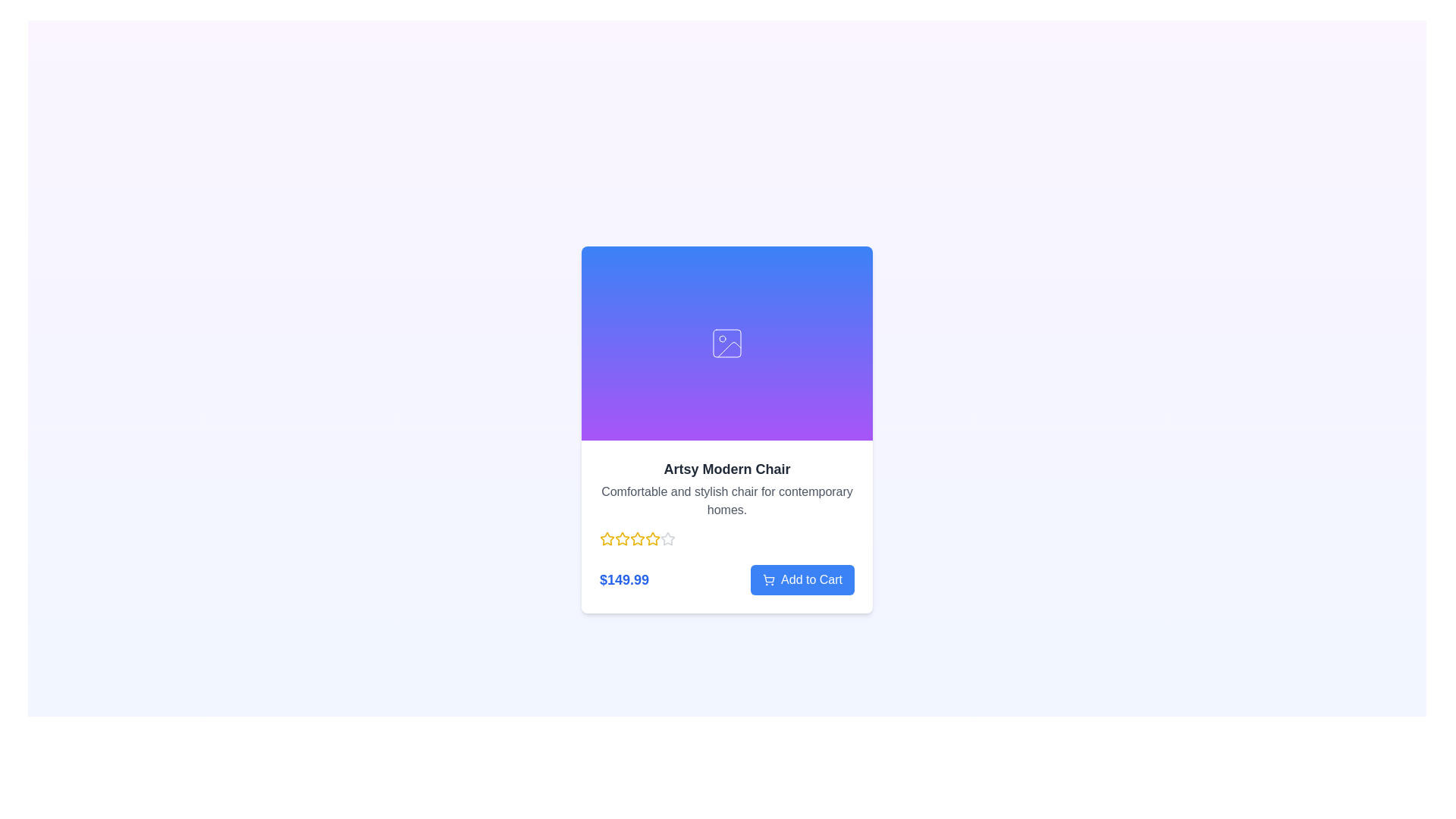 This screenshot has height=819, width=1456. I want to click on the shopping cart icon within the 'Add to Cart' button, which is styled with a blue background and white stroke, located at the bottom center of the product card, so click(769, 579).